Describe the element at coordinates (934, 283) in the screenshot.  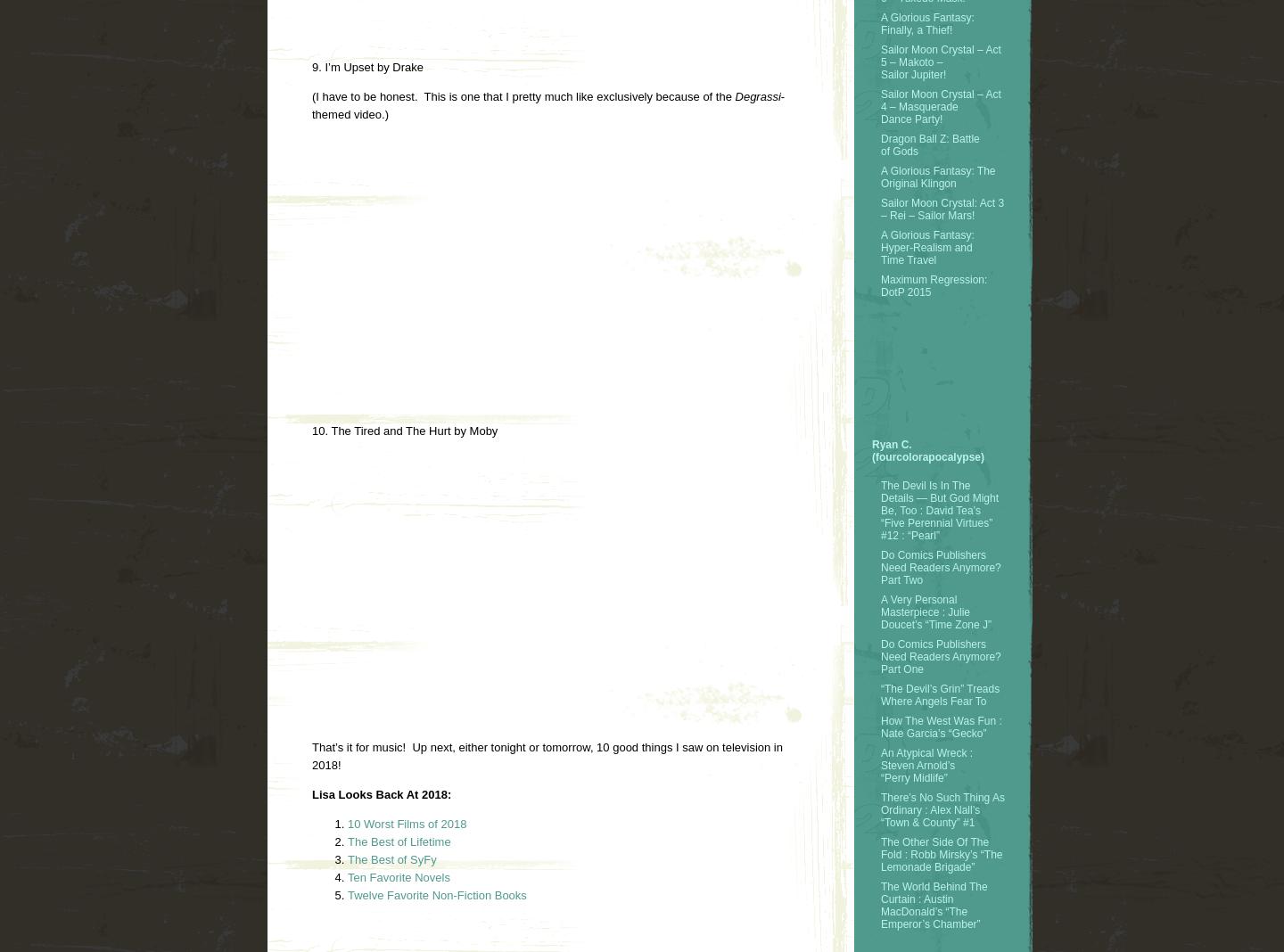
I see `'Maximum Regression: DotP 2015'` at that location.